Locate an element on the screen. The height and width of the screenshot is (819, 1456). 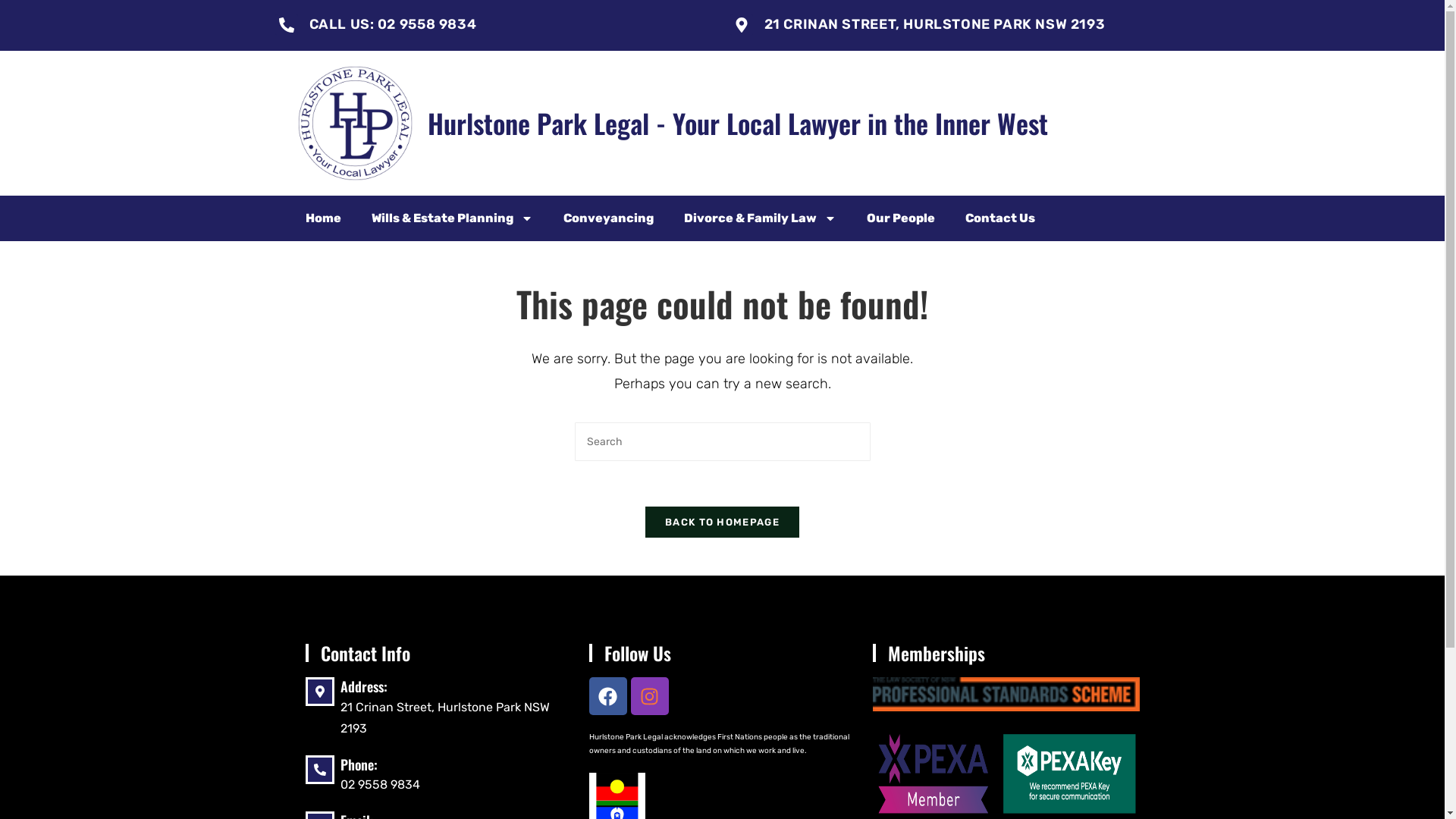
'CALL US: 02 9558 9834' is located at coordinates (309, 24).